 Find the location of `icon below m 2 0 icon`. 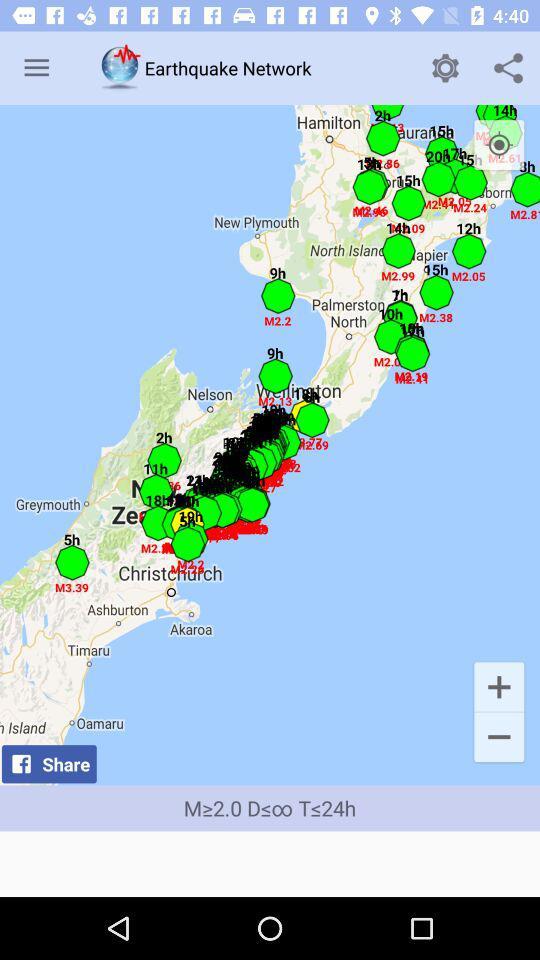

icon below m 2 0 icon is located at coordinates (270, 863).